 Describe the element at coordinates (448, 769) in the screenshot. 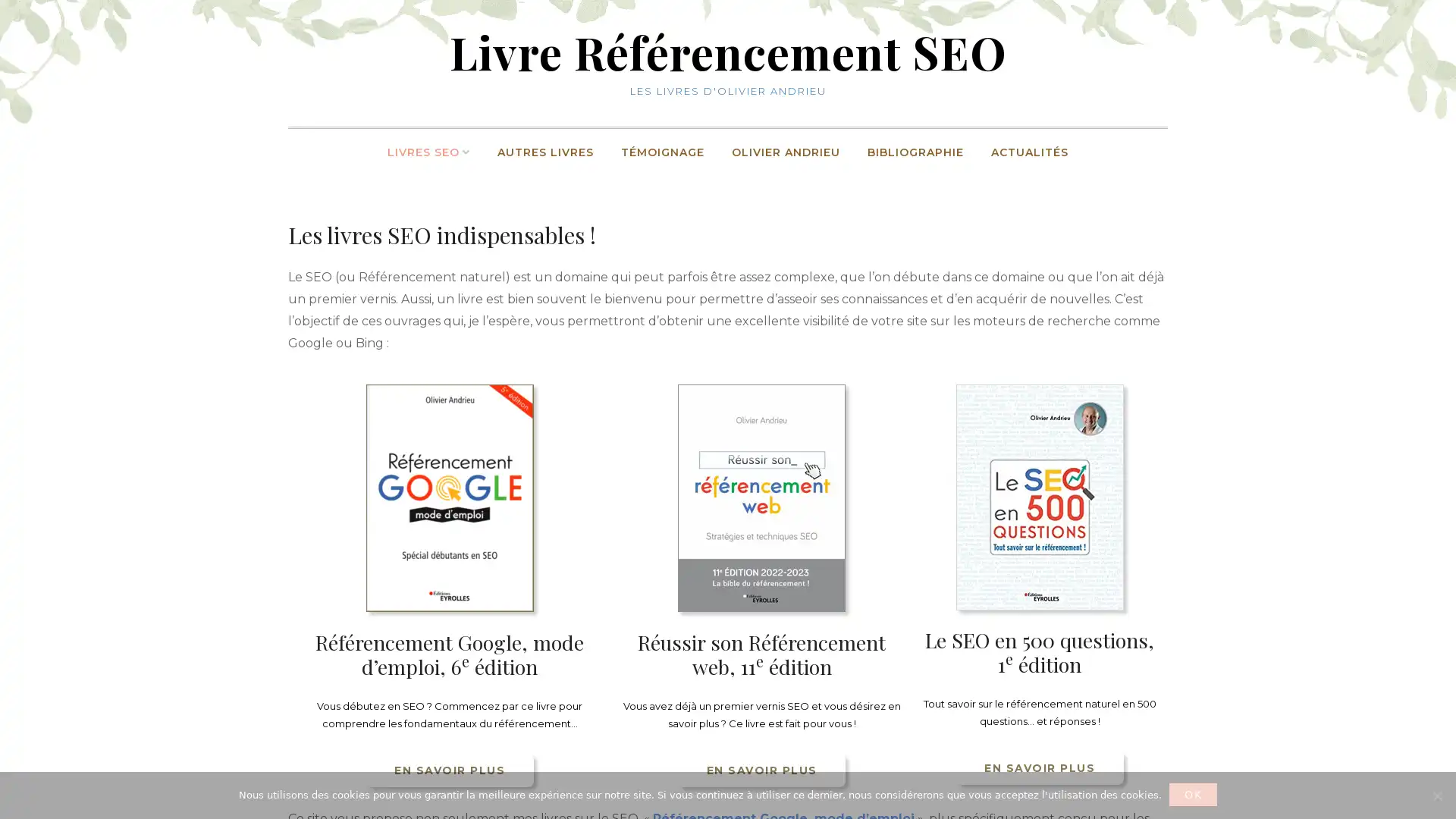

I see `EN SAVOIR PLUS` at that location.